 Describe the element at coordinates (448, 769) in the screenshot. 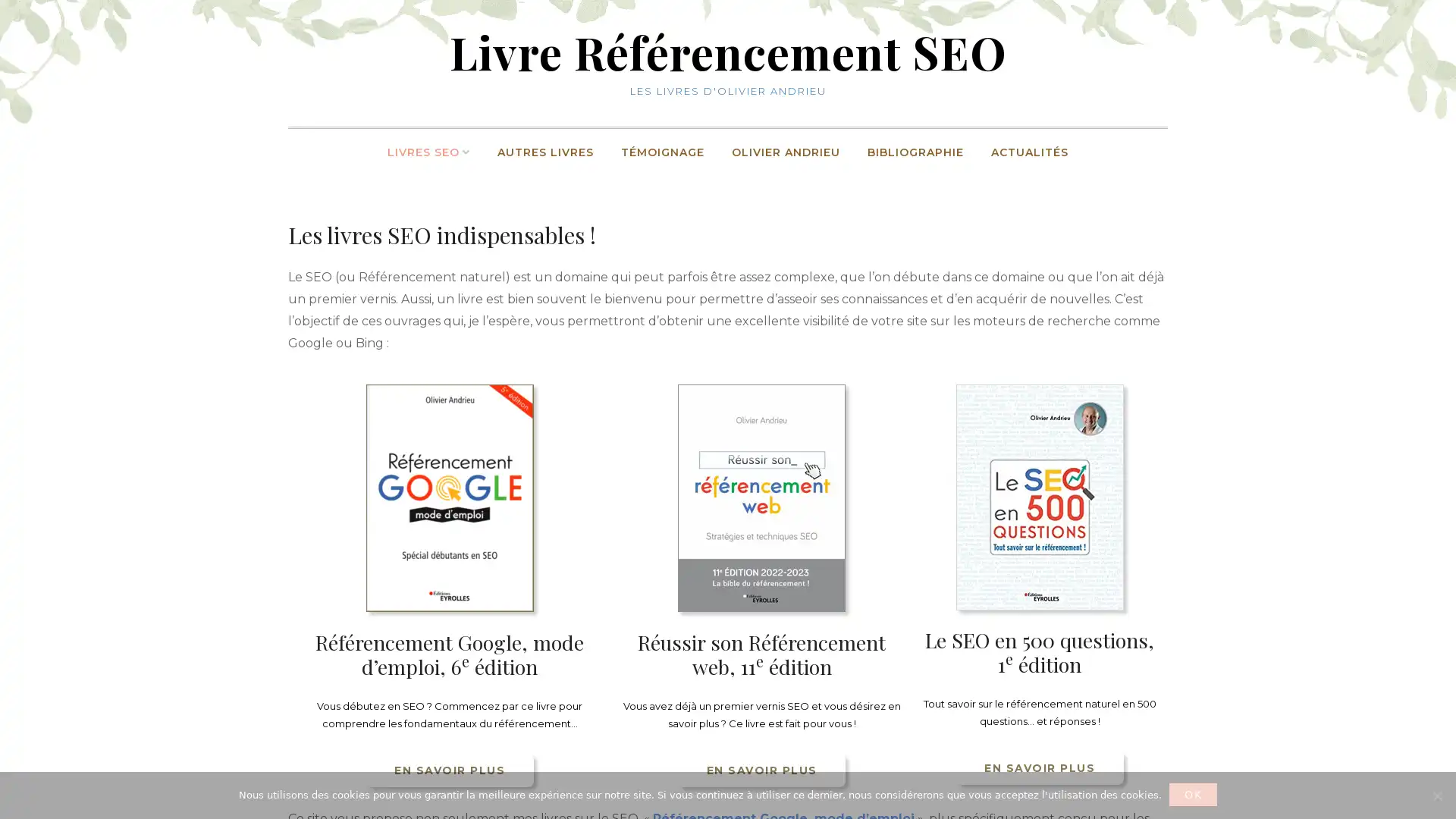

I see `EN SAVOIR PLUS` at that location.